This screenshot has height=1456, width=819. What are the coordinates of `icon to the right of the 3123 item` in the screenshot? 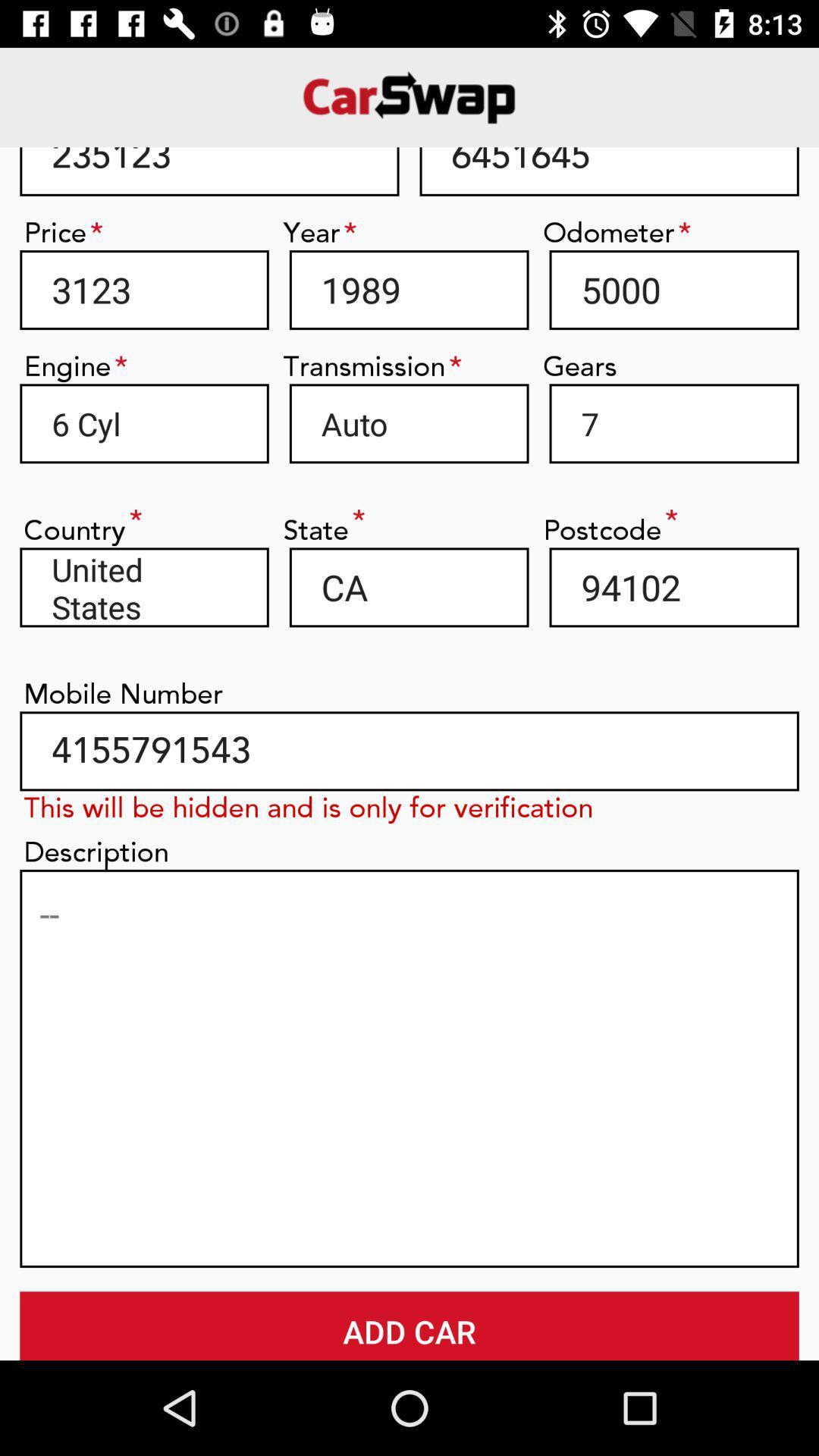 It's located at (408, 290).